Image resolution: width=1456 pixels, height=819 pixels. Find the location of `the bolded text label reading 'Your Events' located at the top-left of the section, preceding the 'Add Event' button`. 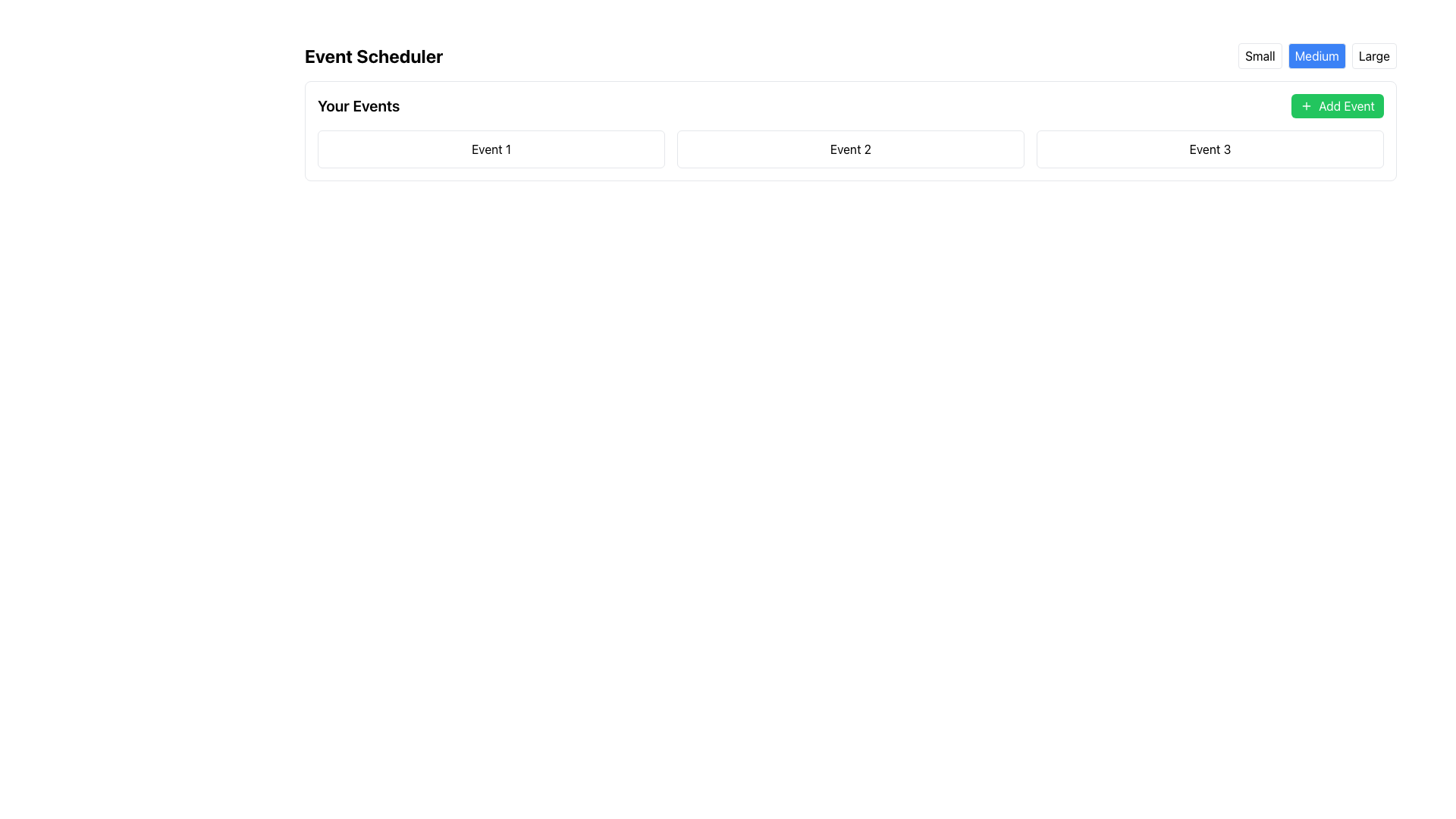

the bolded text label reading 'Your Events' located at the top-left of the section, preceding the 'Add Event' button is located at coordinates (358, 105).